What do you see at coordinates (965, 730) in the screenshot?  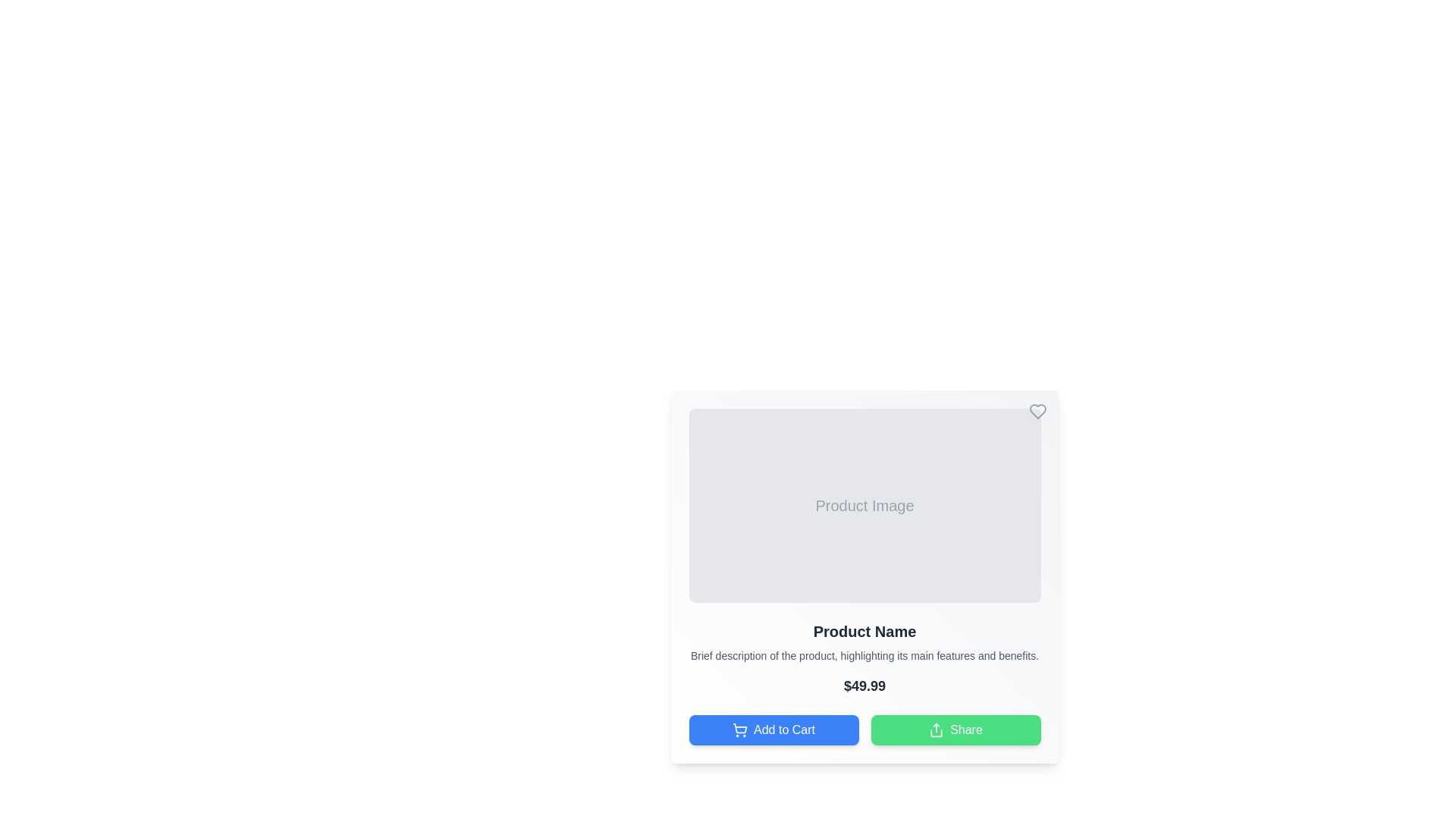 I see `the 'Share' text label, which is displayed in white within a green rounded rectangle` at bounding box center [965, 730].